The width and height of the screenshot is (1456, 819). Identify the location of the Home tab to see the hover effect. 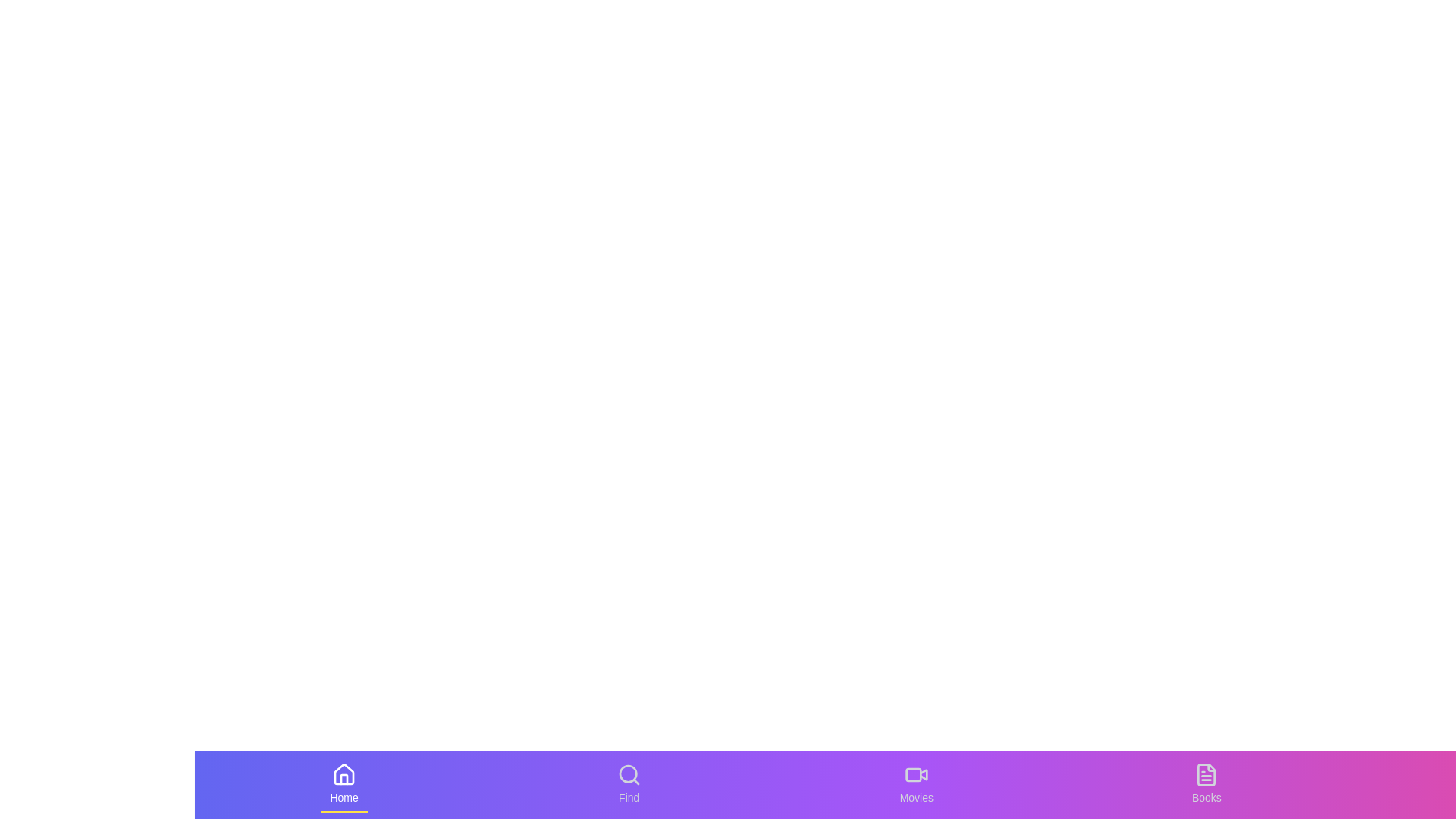
(344, 784).